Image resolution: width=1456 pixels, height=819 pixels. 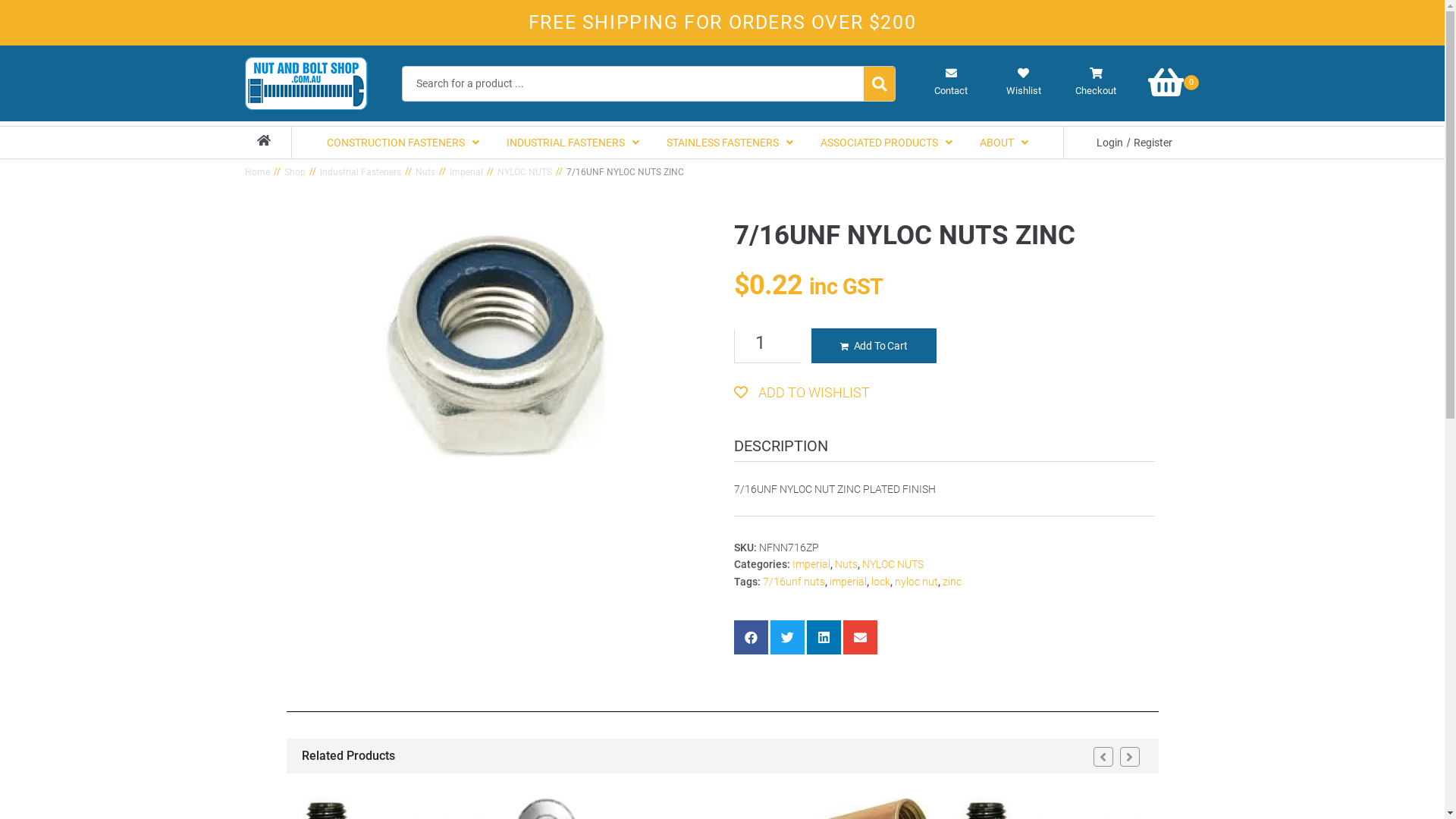 What do you see at coordinates (915, 581) in the screenshot?
I see `'nyloc nut'` at bounding box center [915, 581].